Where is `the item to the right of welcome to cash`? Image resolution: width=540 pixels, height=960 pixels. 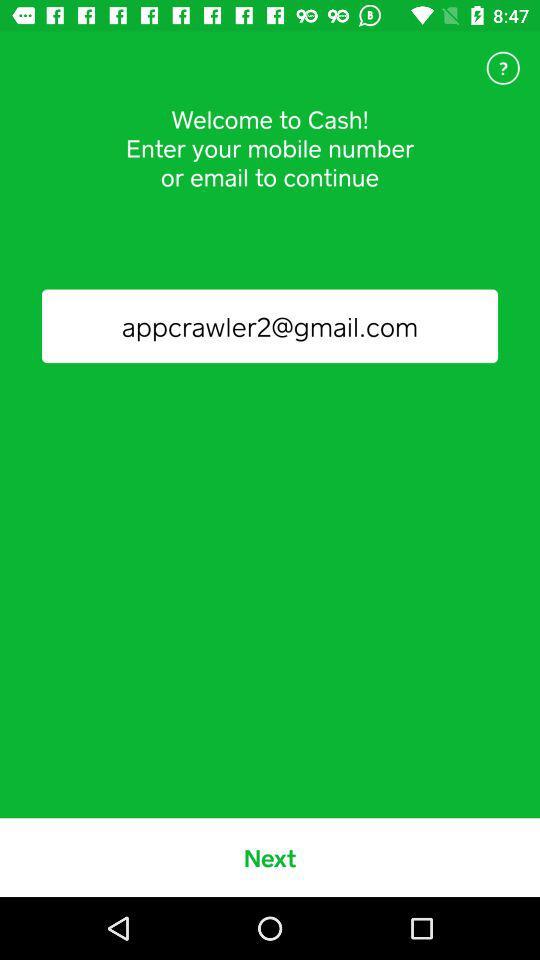
the item to the right of welcome to cash is located at coordinates (502, 68).